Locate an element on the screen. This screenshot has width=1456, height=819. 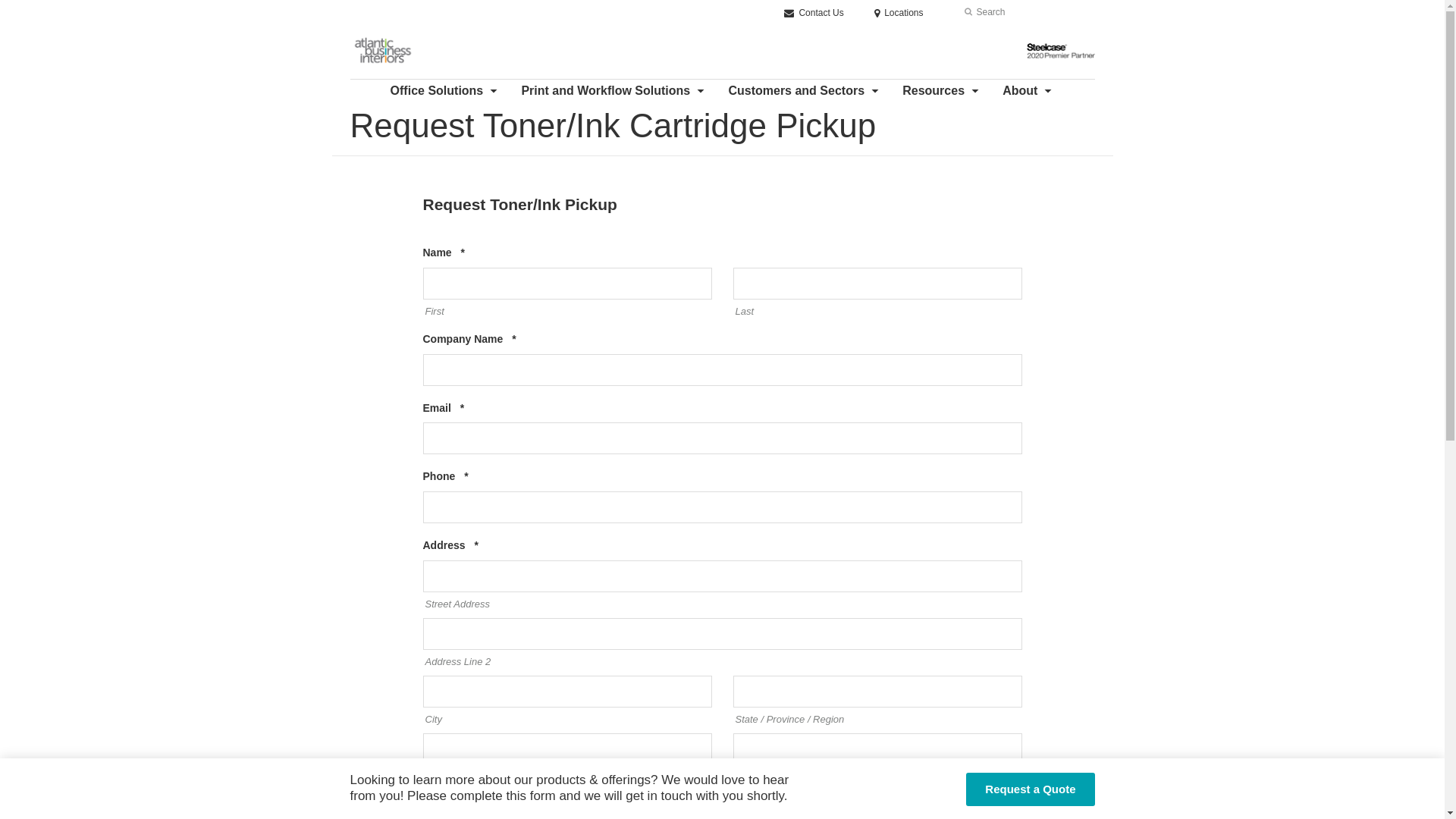
'Resources' is located at coordinates (941, 90).